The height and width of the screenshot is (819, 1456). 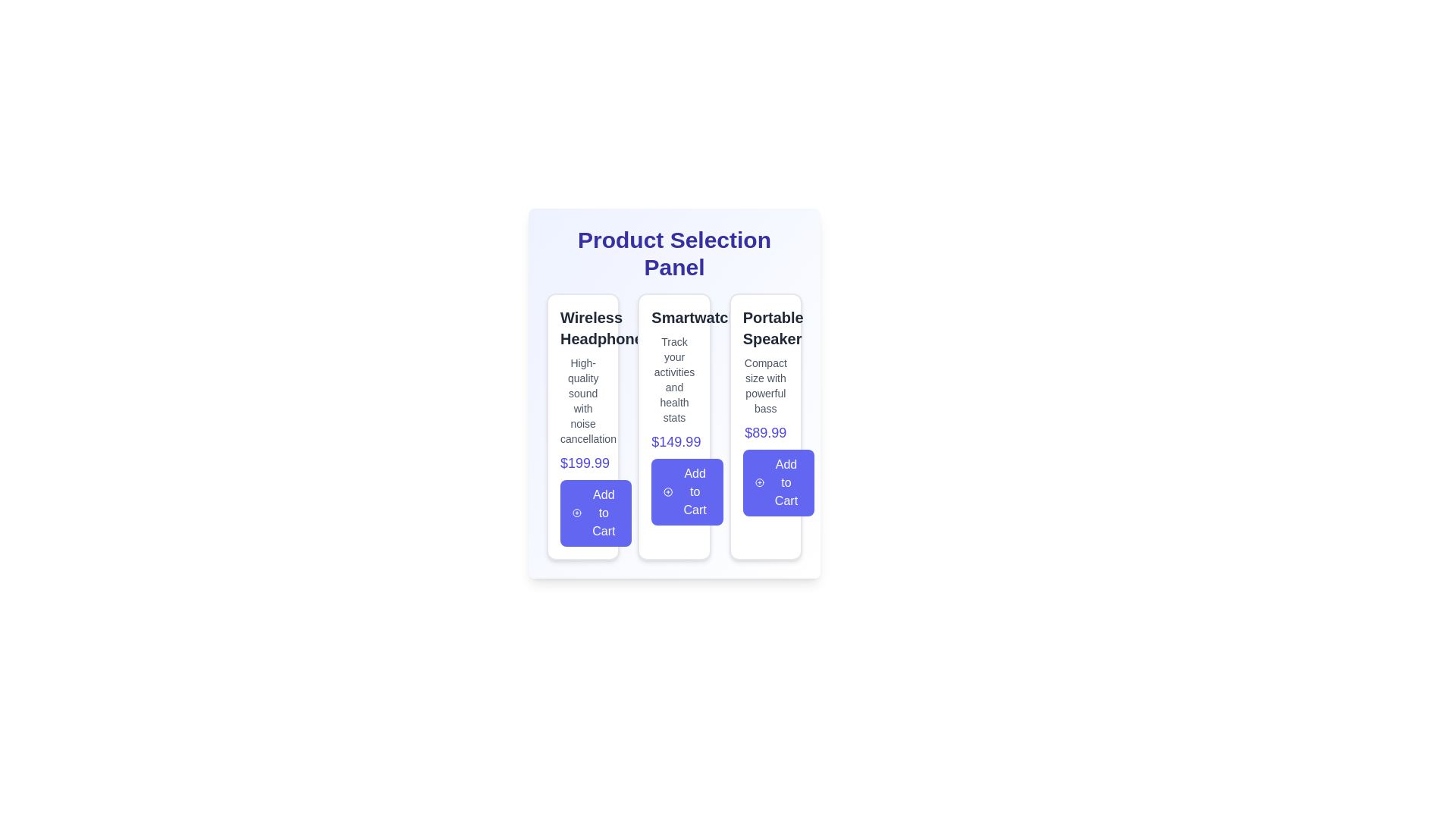 I want to click on the 'Add to Cart' button with a vivid indigo background and white text reading 'Add to Cart' located at the bottom of the 'Portable Speaker' section, so click(x=778, y=482).